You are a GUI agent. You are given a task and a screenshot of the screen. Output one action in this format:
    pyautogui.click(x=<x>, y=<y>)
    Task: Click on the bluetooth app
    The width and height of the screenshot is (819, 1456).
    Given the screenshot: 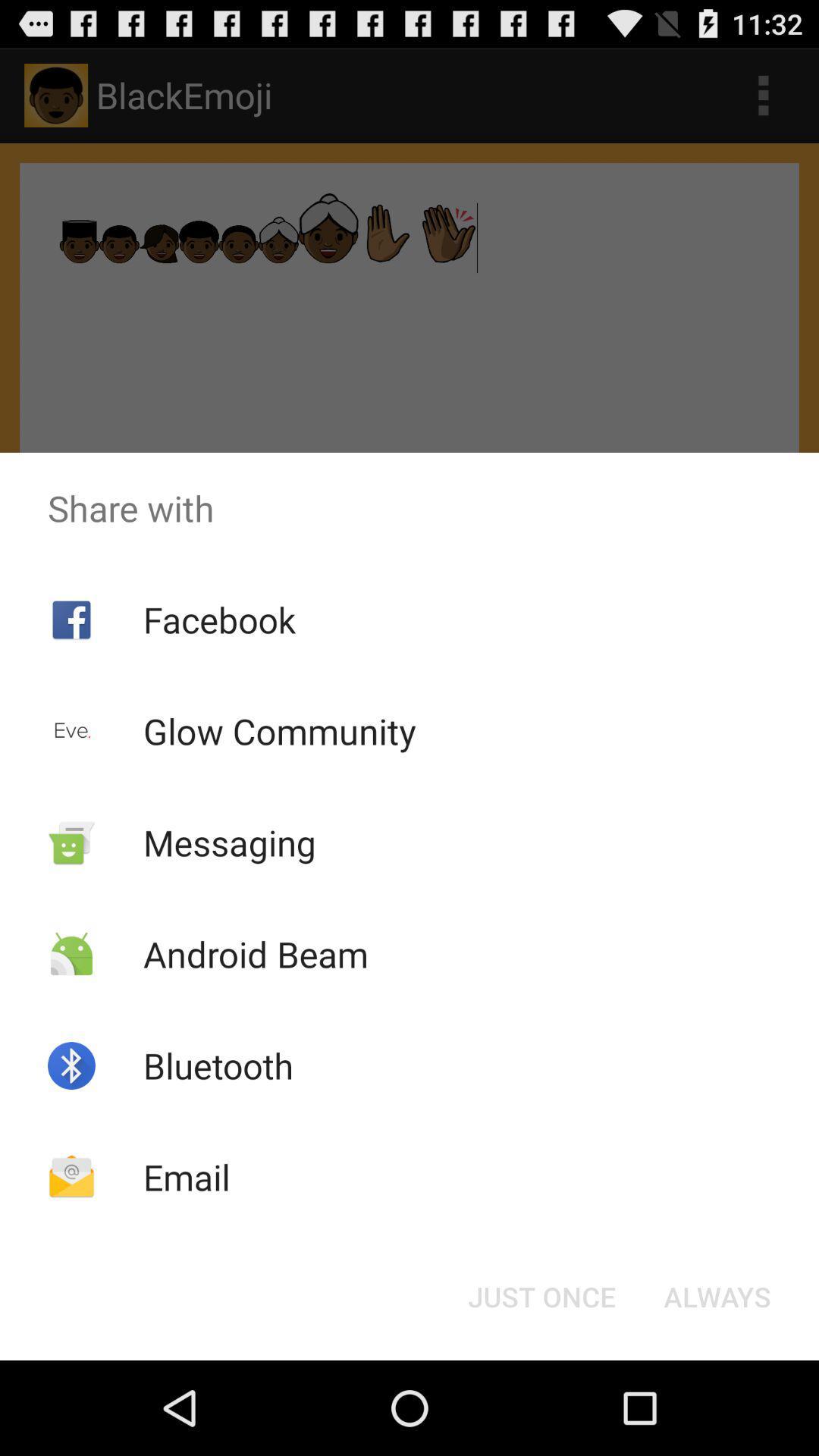 What is the action you would take?
    pyautogui.click(x=218, y=1065)
    